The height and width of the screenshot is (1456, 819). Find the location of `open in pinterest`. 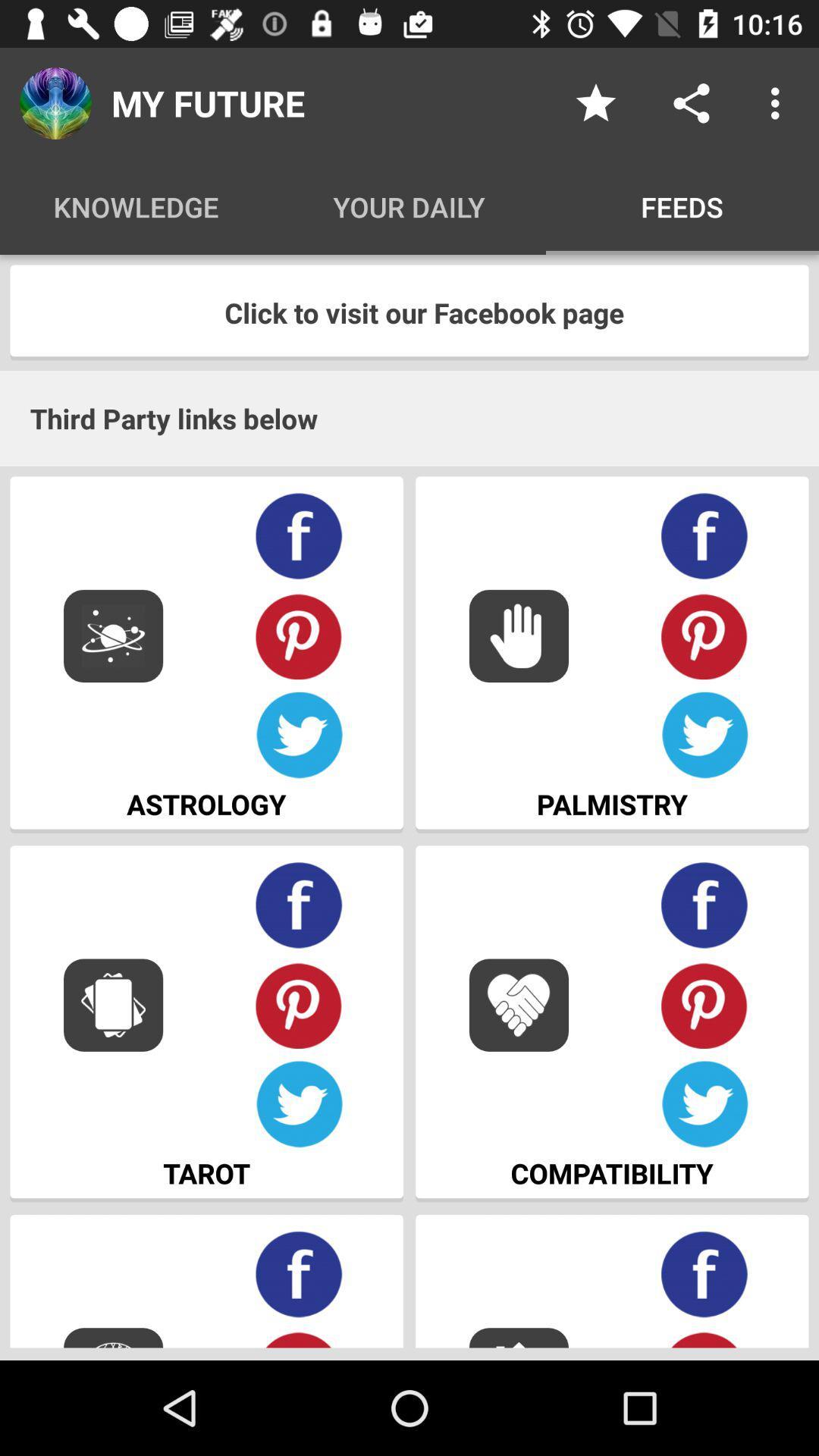

open in pinterest is located at coordinates (299, 1005).